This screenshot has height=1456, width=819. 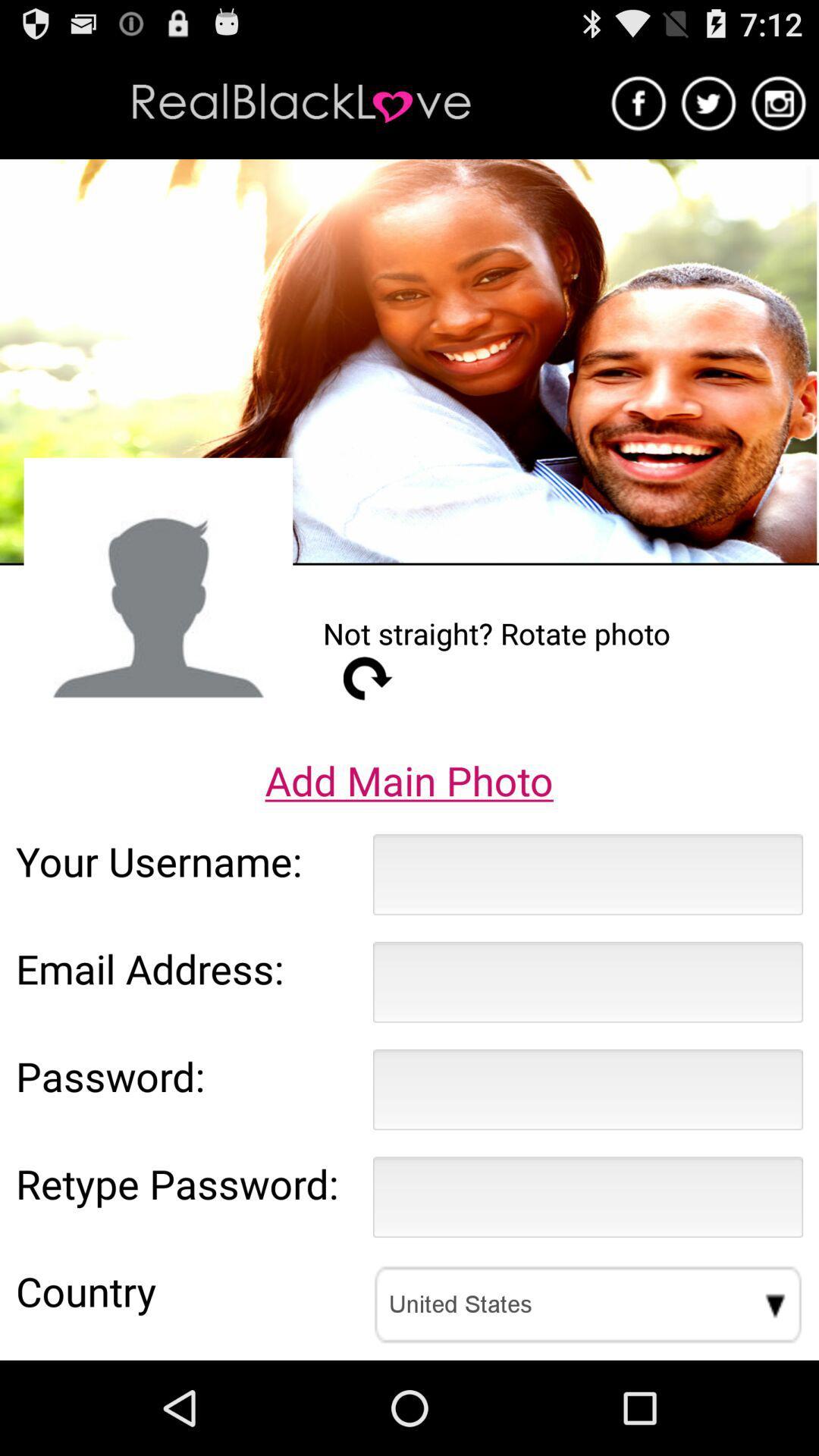 I want to click on the icon to the left of not straight rotate app, so click(x=158, y=591).